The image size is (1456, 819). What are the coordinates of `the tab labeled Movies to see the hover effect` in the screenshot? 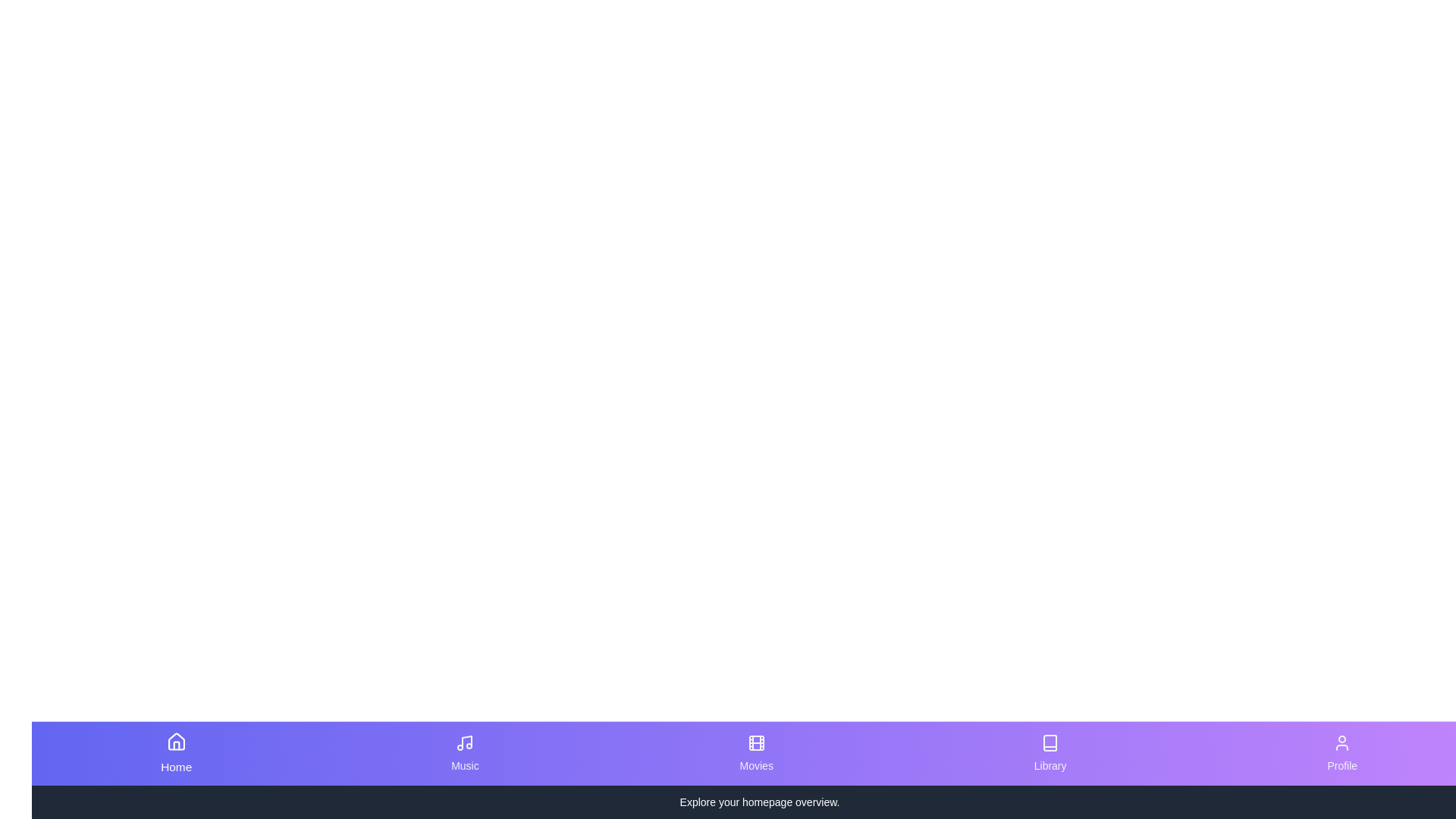 It's located at (756, 754).